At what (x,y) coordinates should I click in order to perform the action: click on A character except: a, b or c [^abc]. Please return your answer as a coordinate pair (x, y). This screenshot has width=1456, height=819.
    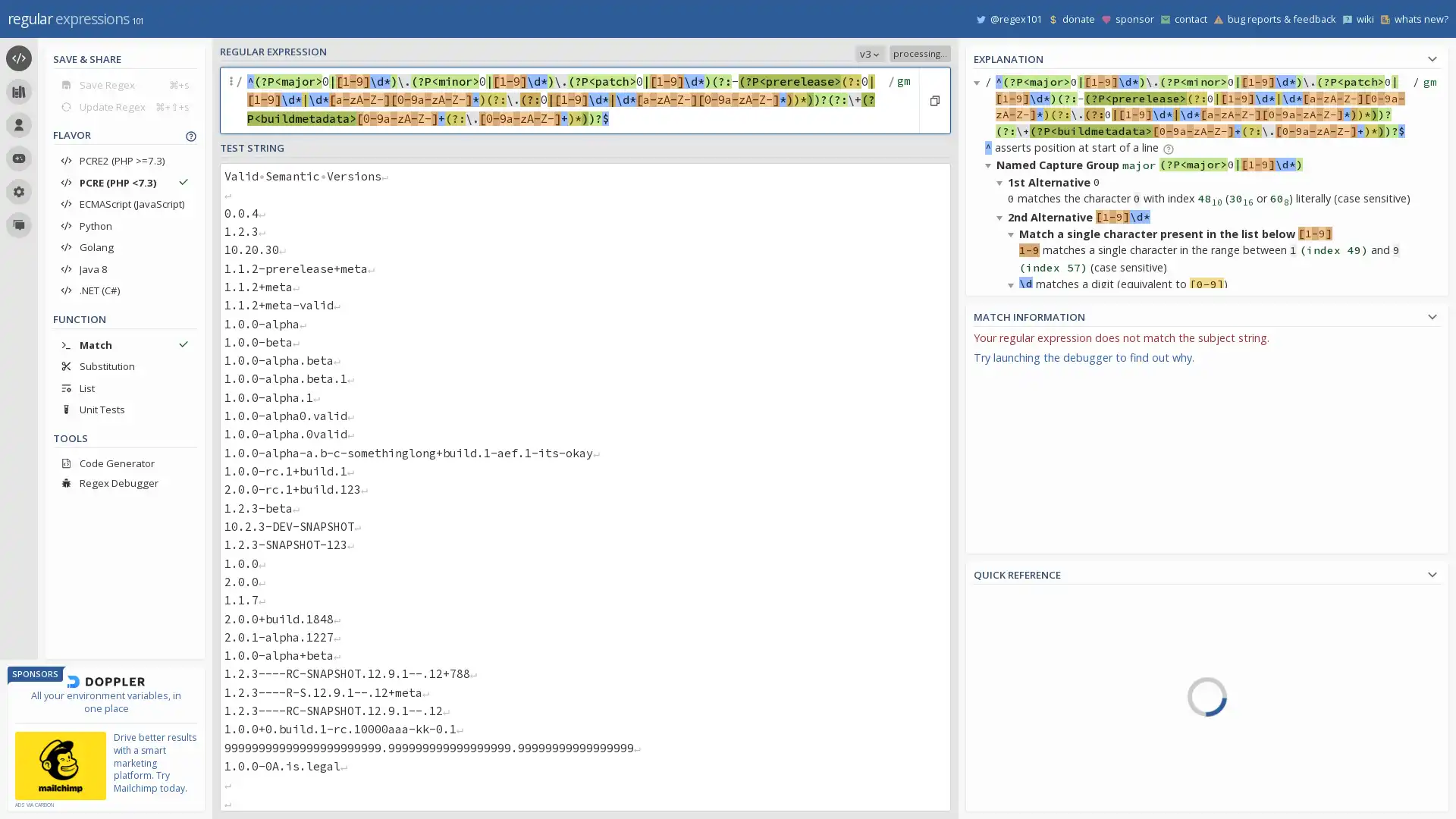
    Looking at the image, I should click on (1282, 622).